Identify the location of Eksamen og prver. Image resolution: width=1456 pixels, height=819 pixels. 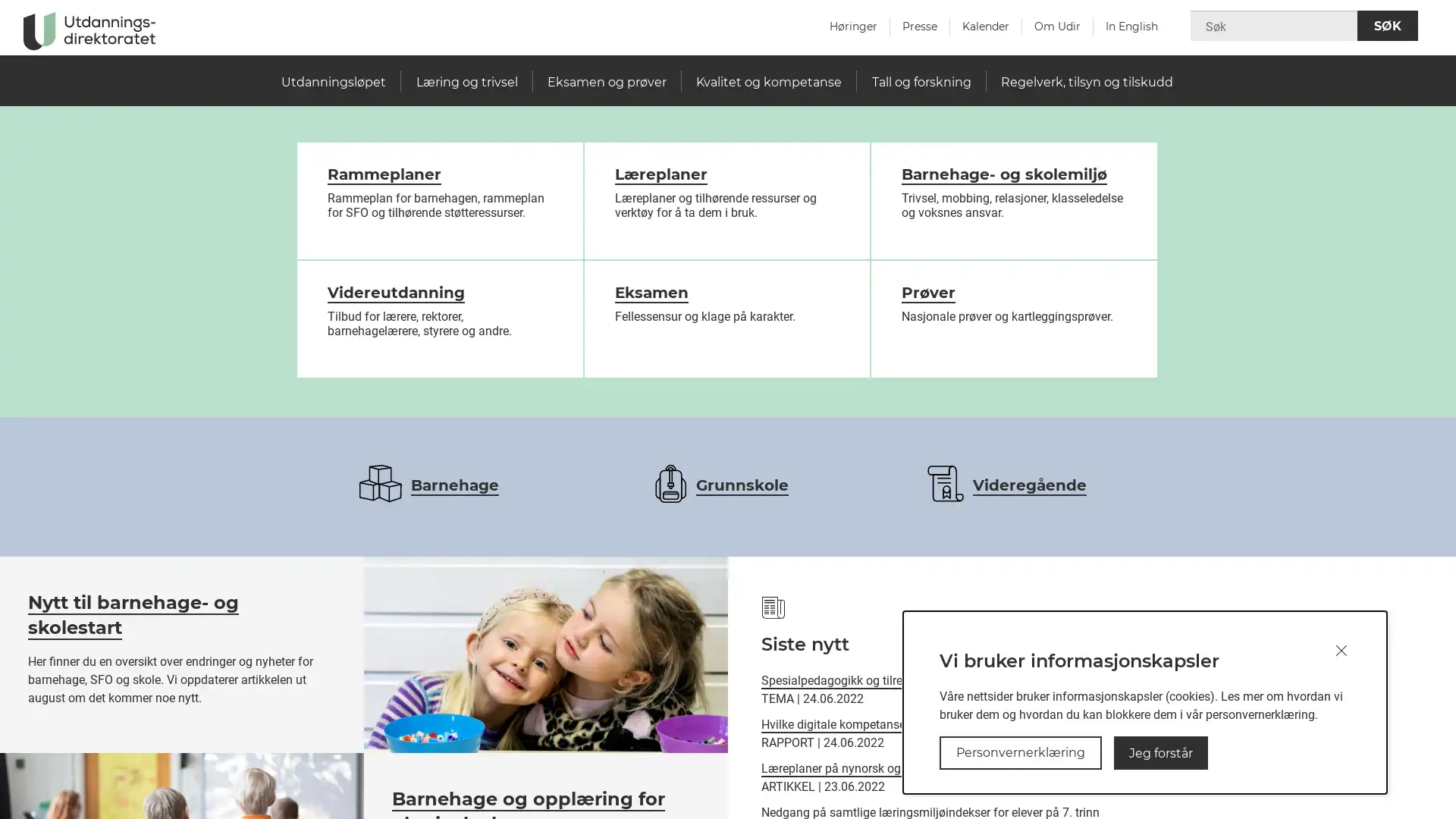
(605, 82).